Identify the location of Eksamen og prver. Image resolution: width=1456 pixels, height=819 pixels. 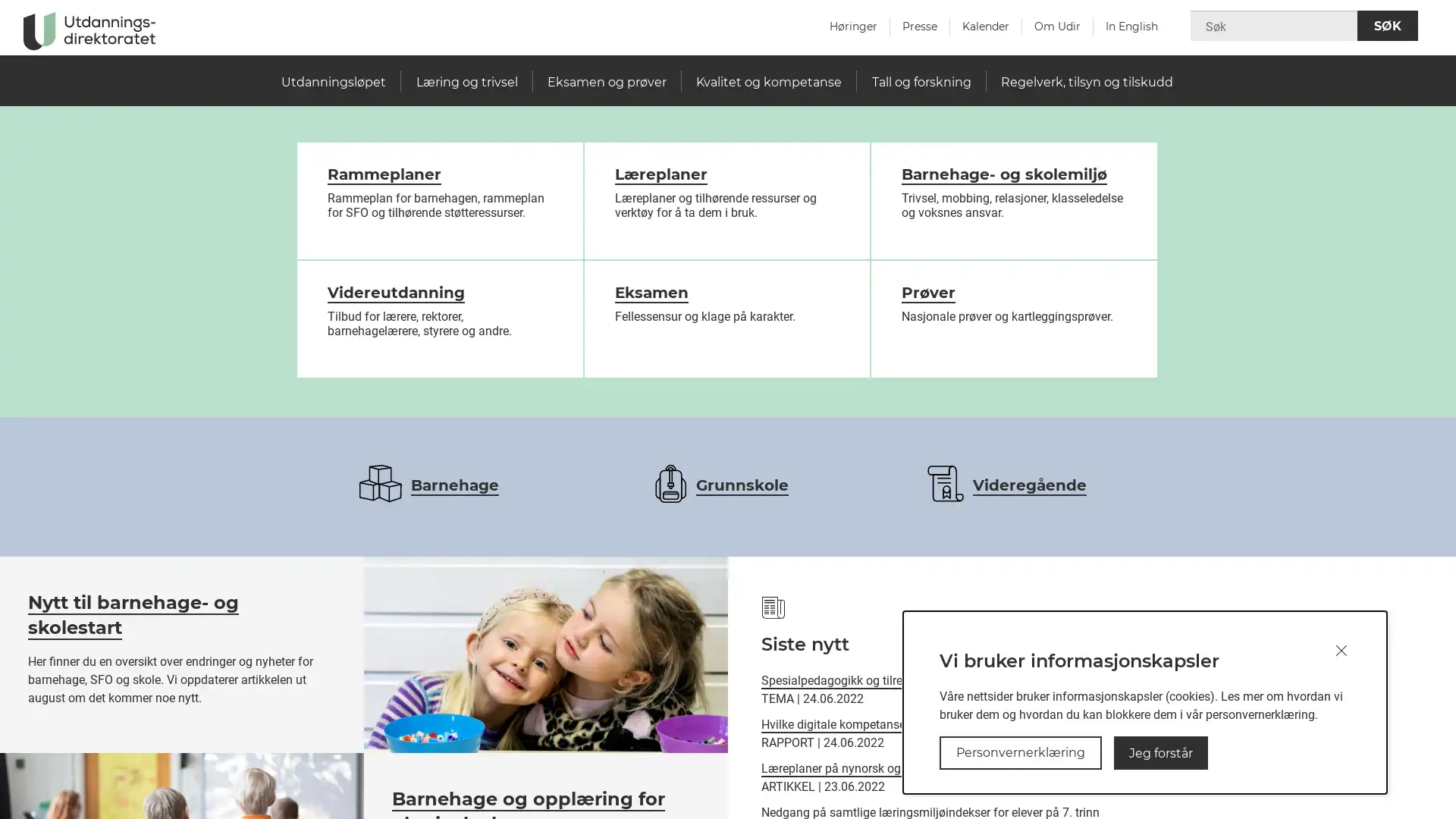
(605, 82).